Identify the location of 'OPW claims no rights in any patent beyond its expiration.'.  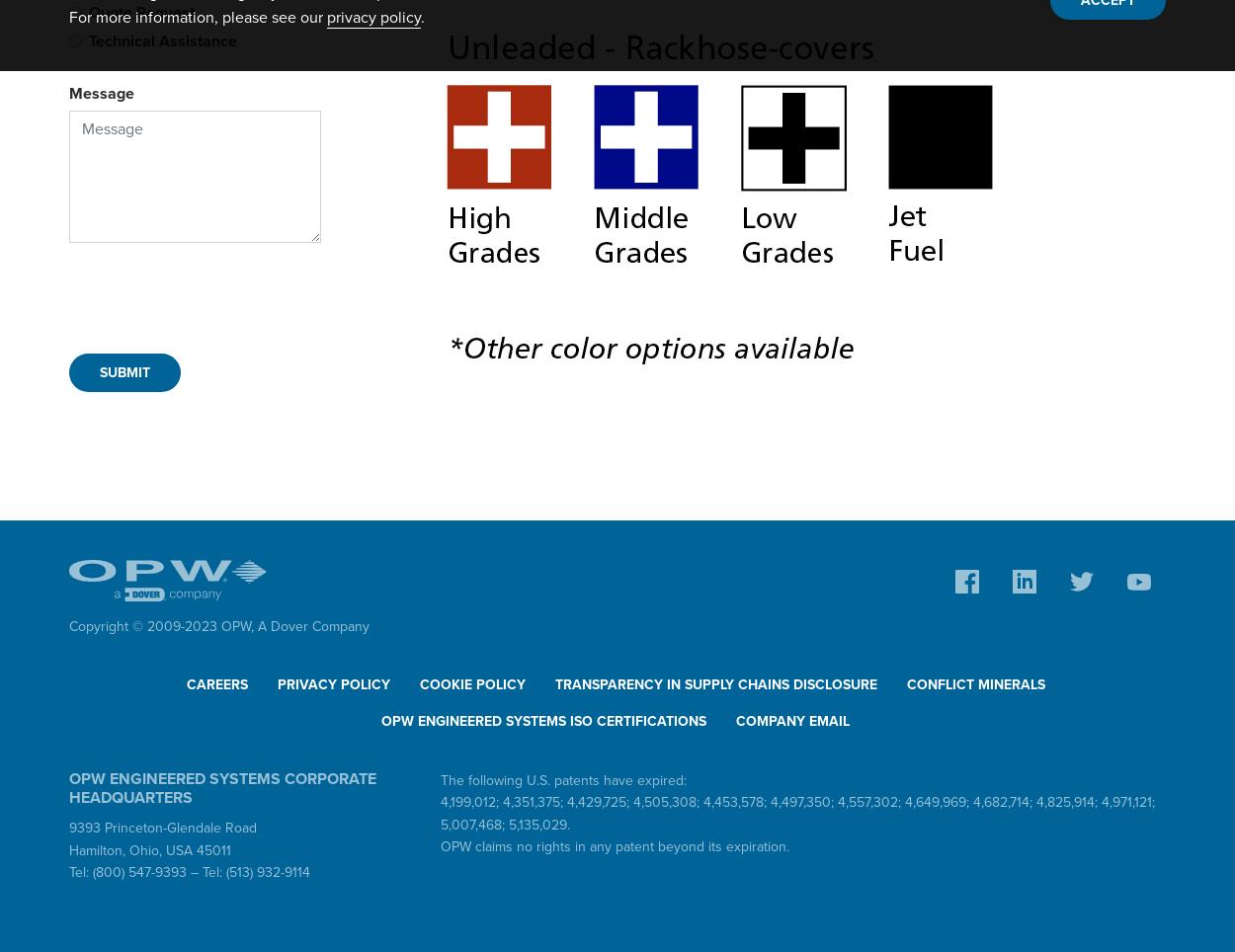
(614, 846).